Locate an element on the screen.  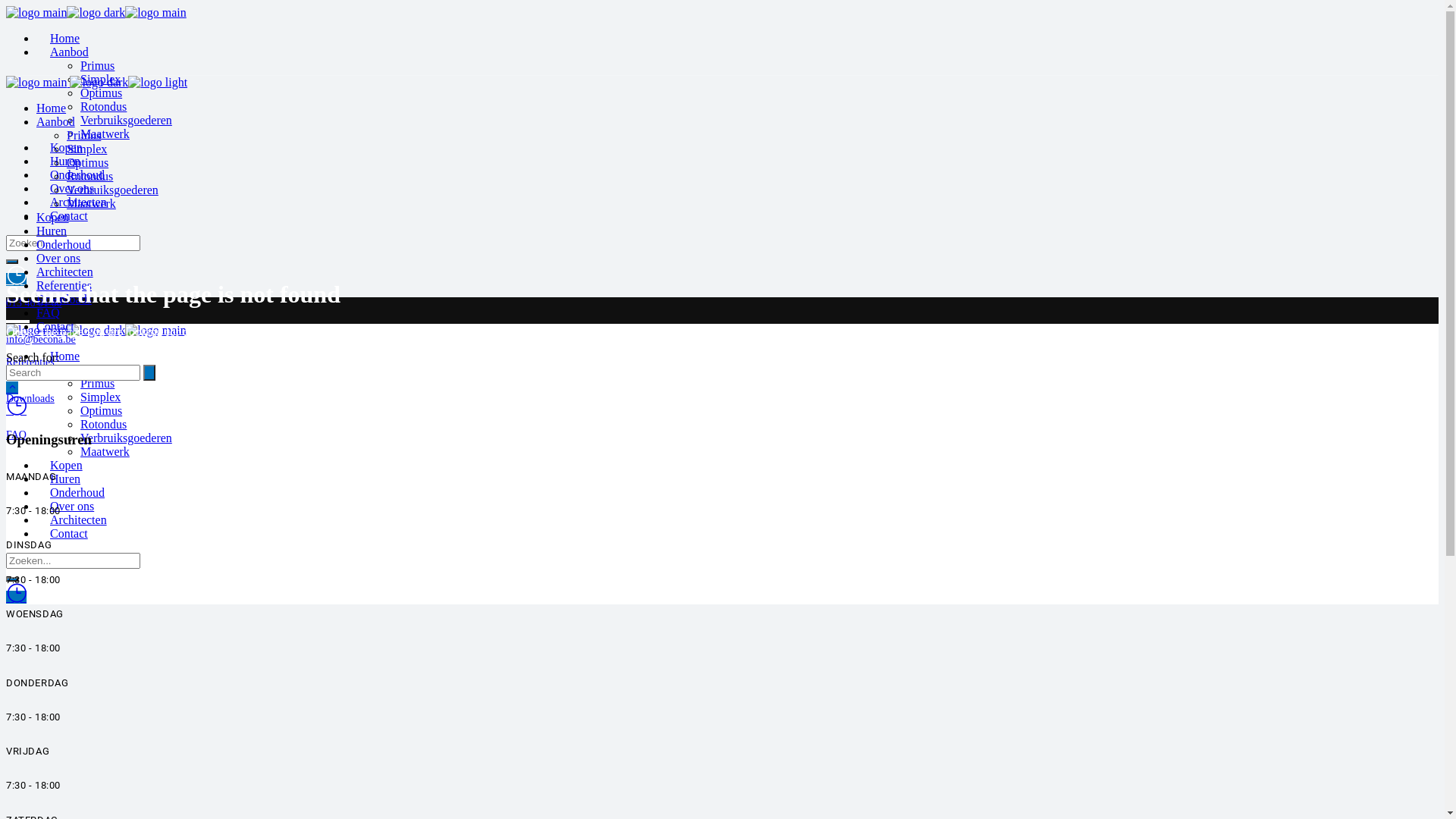
'Over ons' is located at coordinates (58, 257).